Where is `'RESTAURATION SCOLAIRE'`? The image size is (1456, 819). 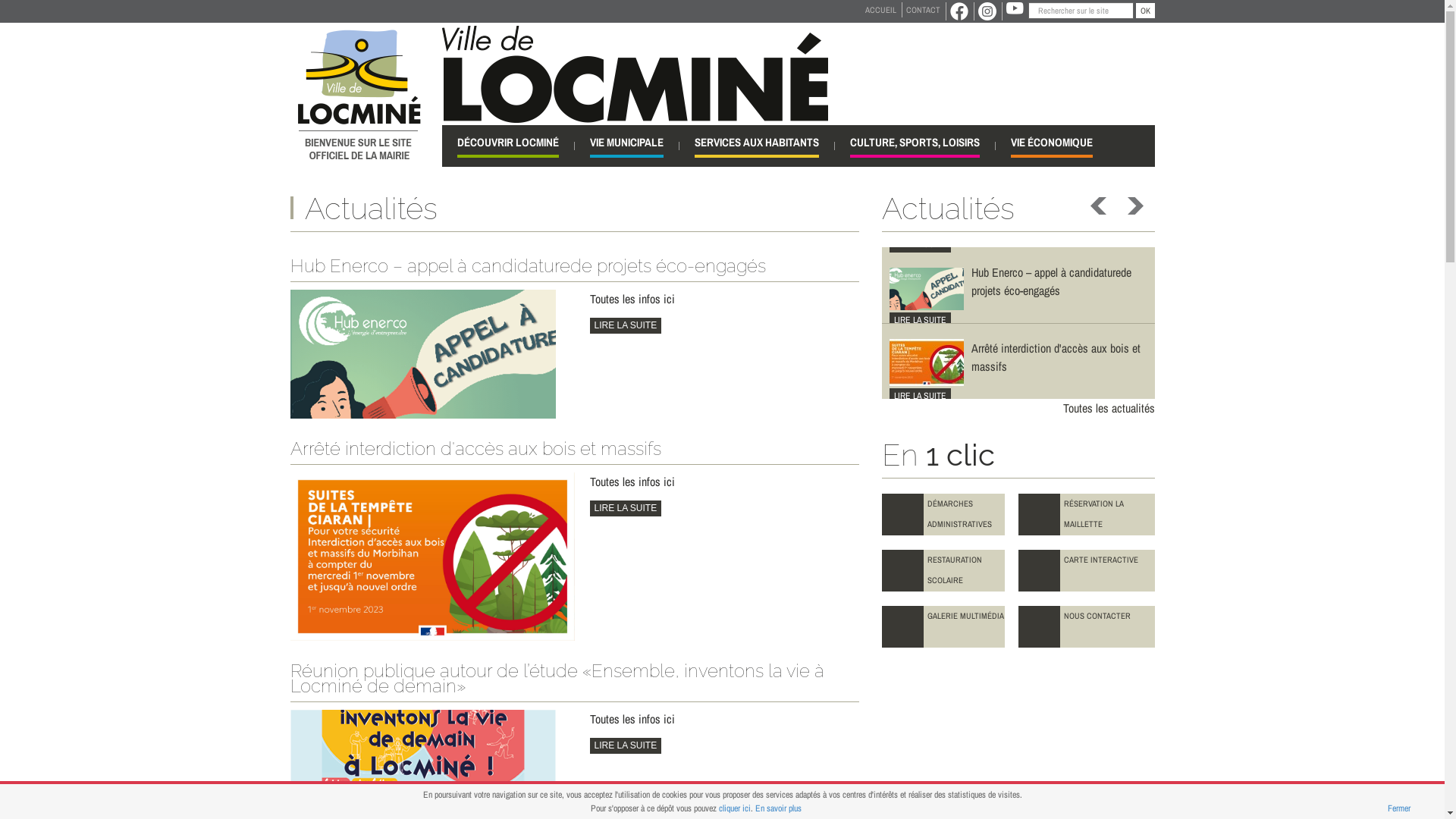
'RESTAURATION SCOLAIRE' is located at coordinates (942, 570).